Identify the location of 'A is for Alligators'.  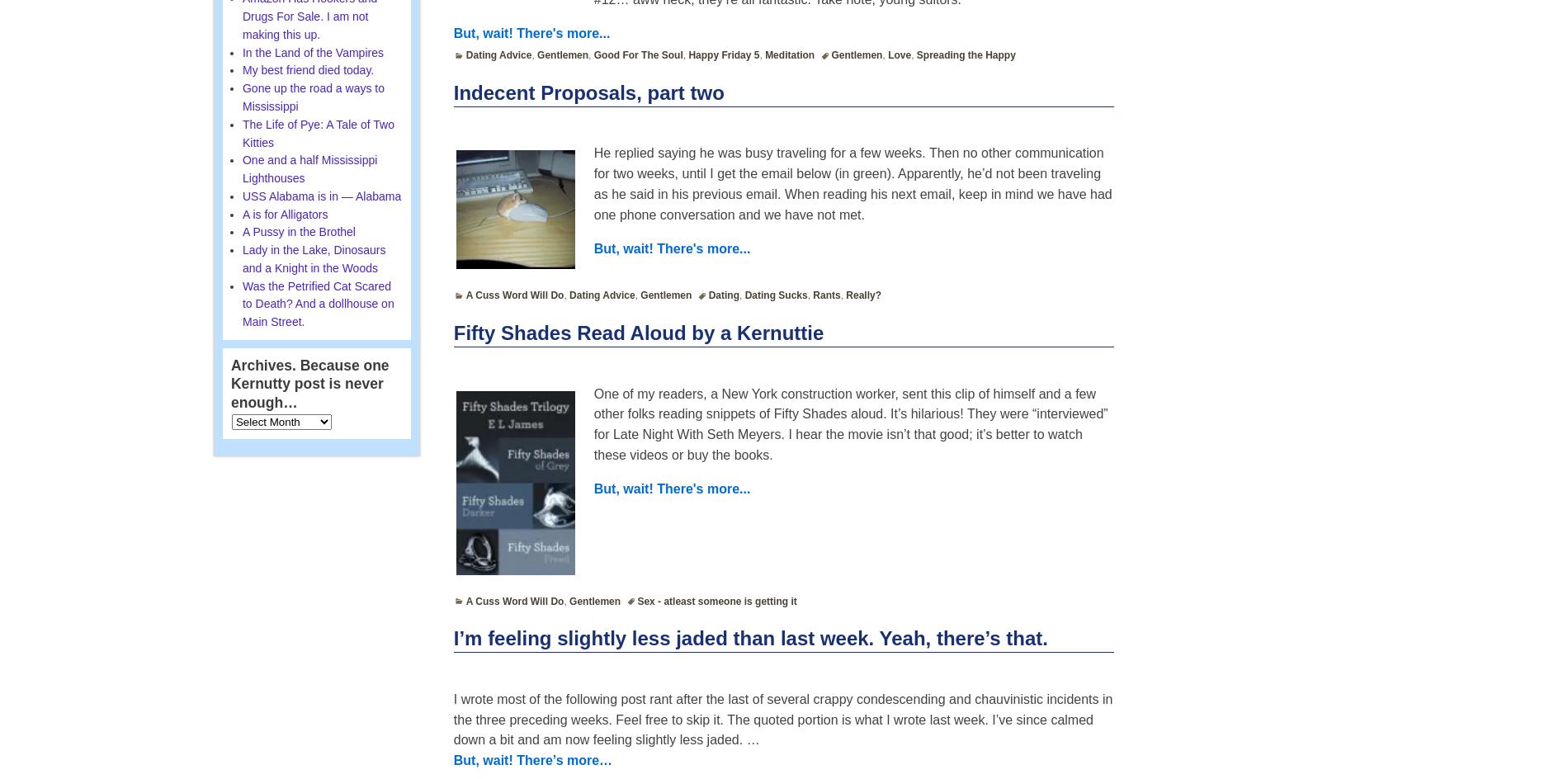
(240, 214).